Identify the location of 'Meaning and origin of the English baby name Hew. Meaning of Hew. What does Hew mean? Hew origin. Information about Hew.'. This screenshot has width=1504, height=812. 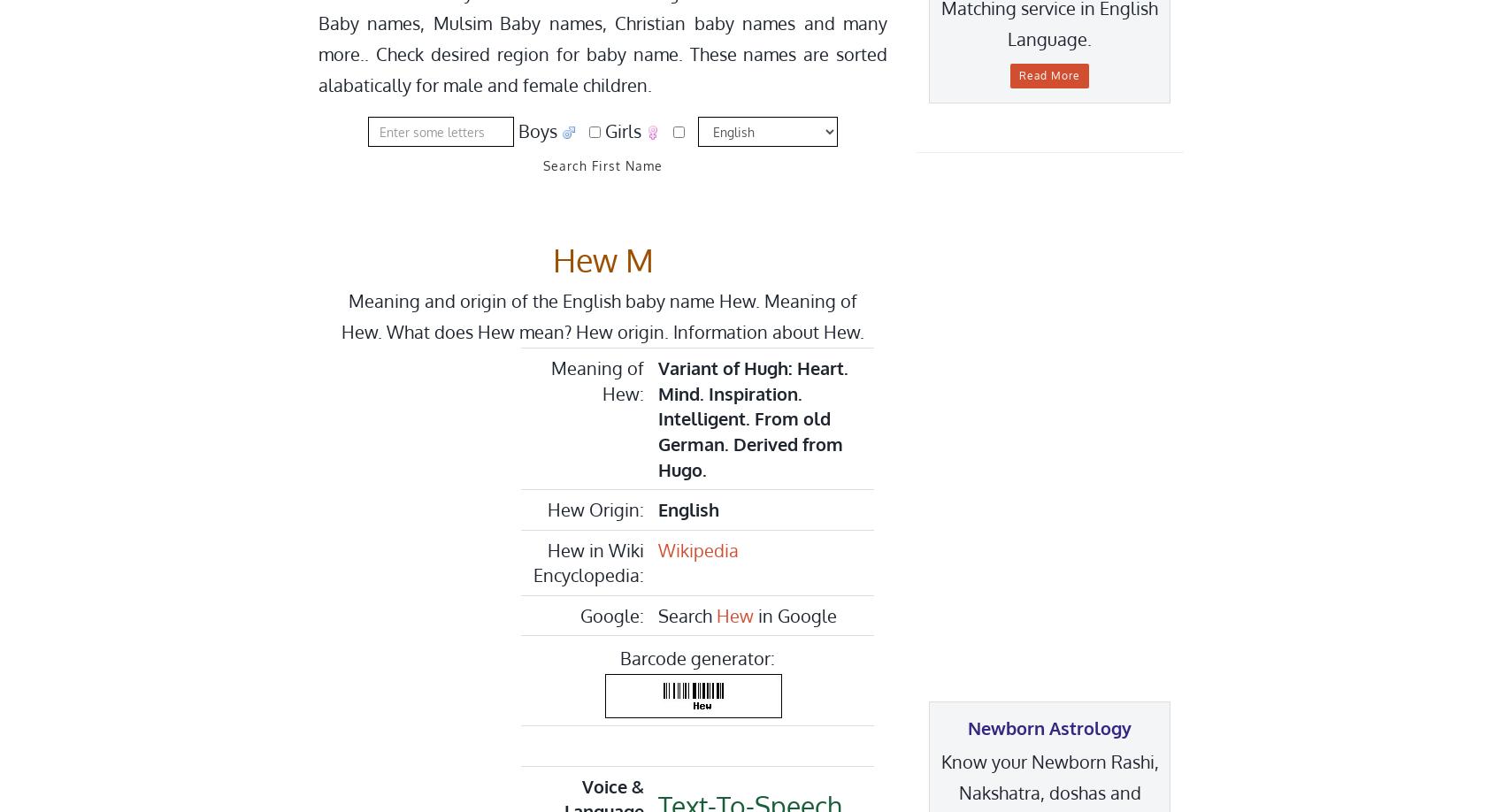
(602, 316).